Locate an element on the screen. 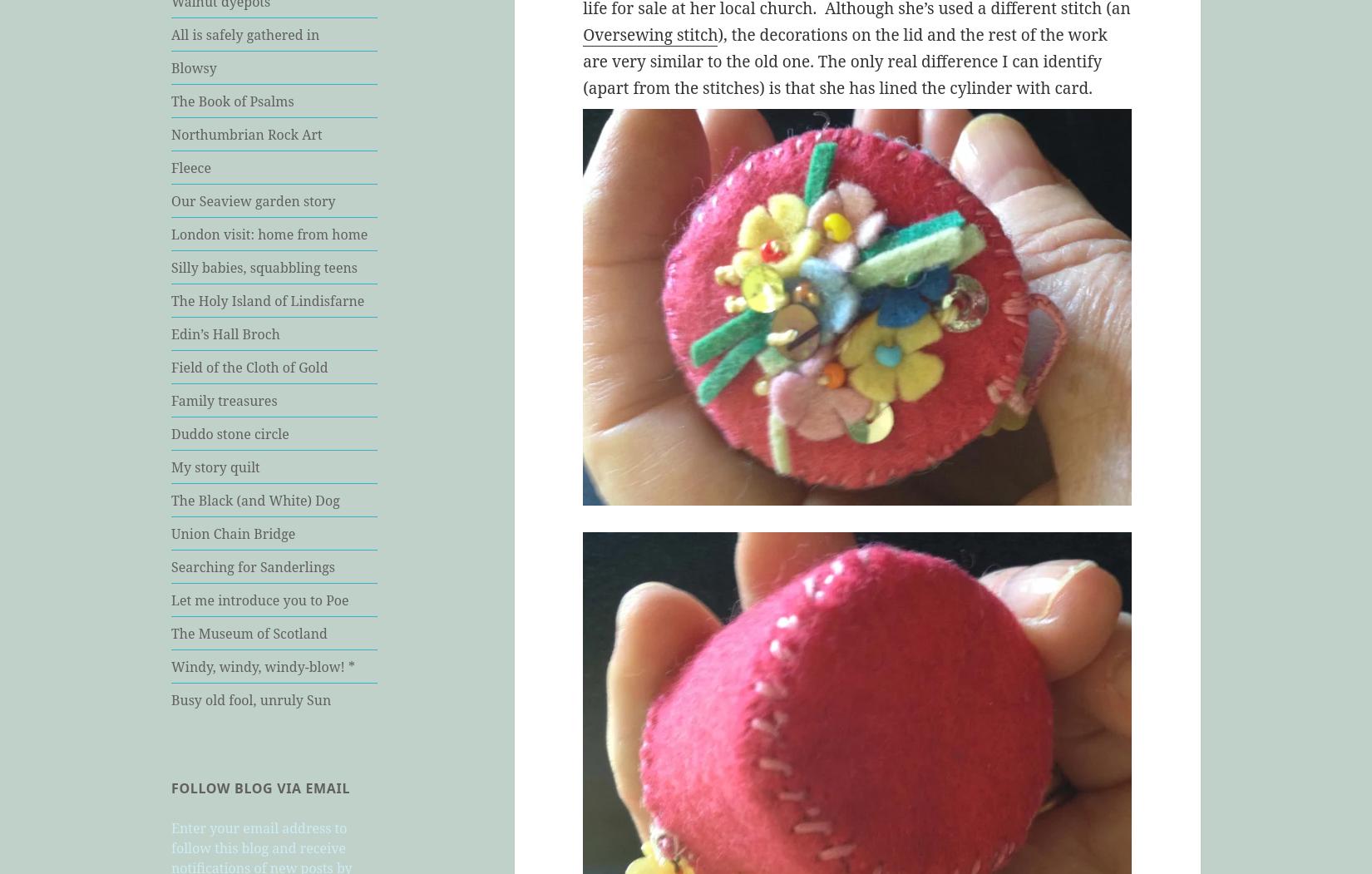 This screenshot has width=1372, height=874. 'Windy, windy, windy-blow! *' is located at coordinates (262, 664).